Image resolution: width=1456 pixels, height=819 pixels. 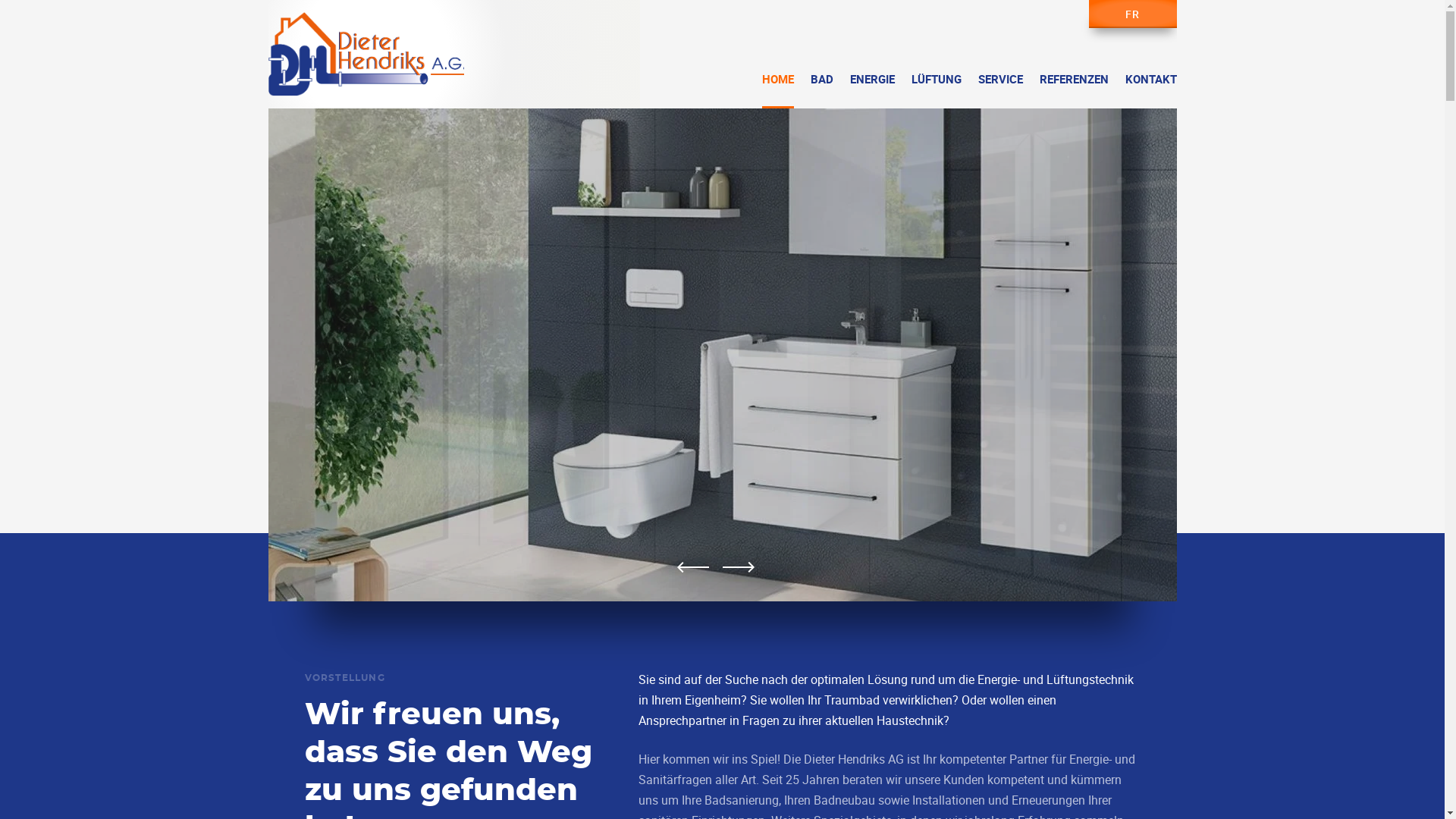 What do you see at coordinates (761, 90) in the screenshot?
I see `'HOME'` at bounding box center [761, 90].